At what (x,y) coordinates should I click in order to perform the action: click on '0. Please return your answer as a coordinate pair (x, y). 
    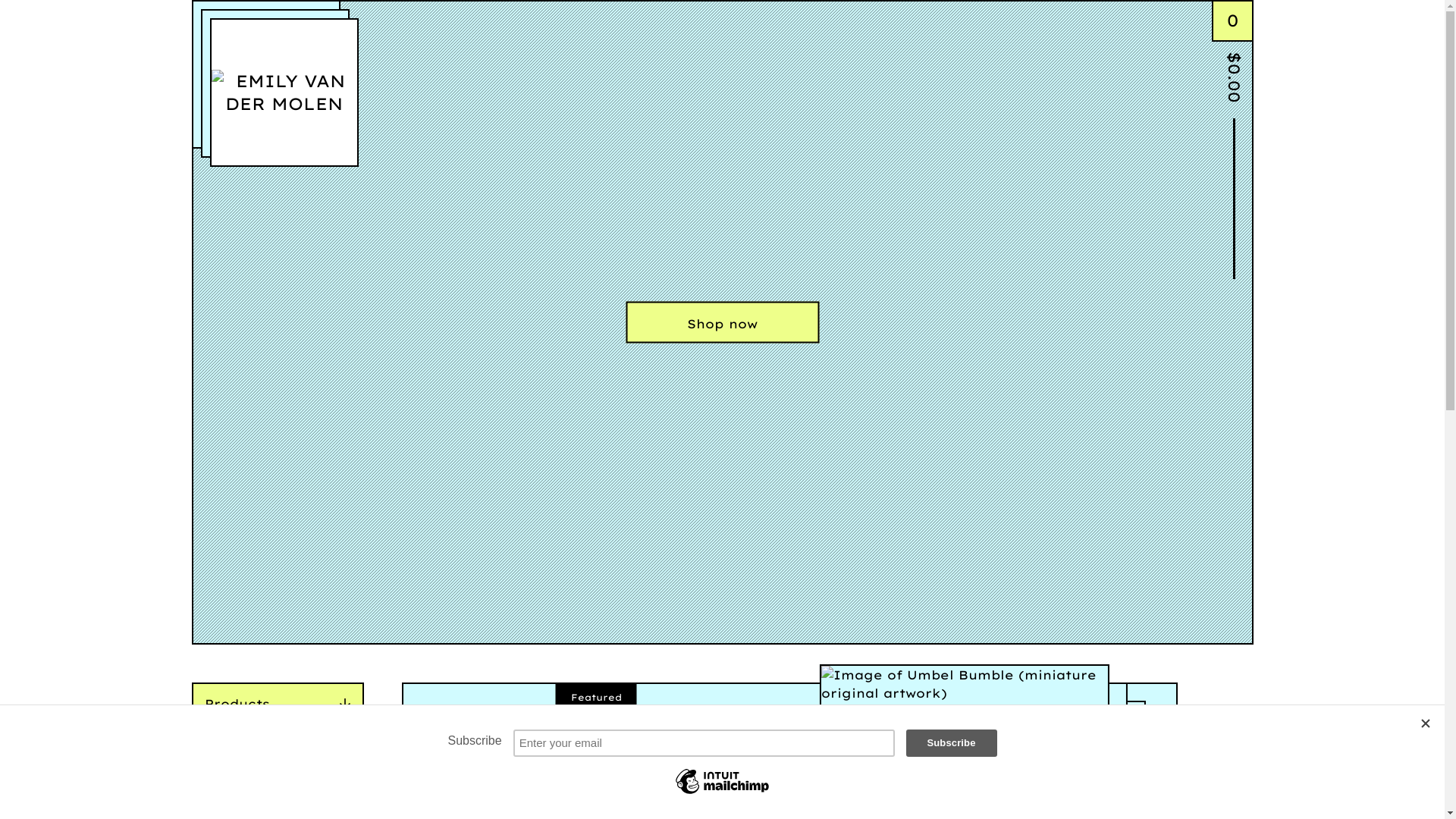
    Looking at the image, I should click on (1211, 55).